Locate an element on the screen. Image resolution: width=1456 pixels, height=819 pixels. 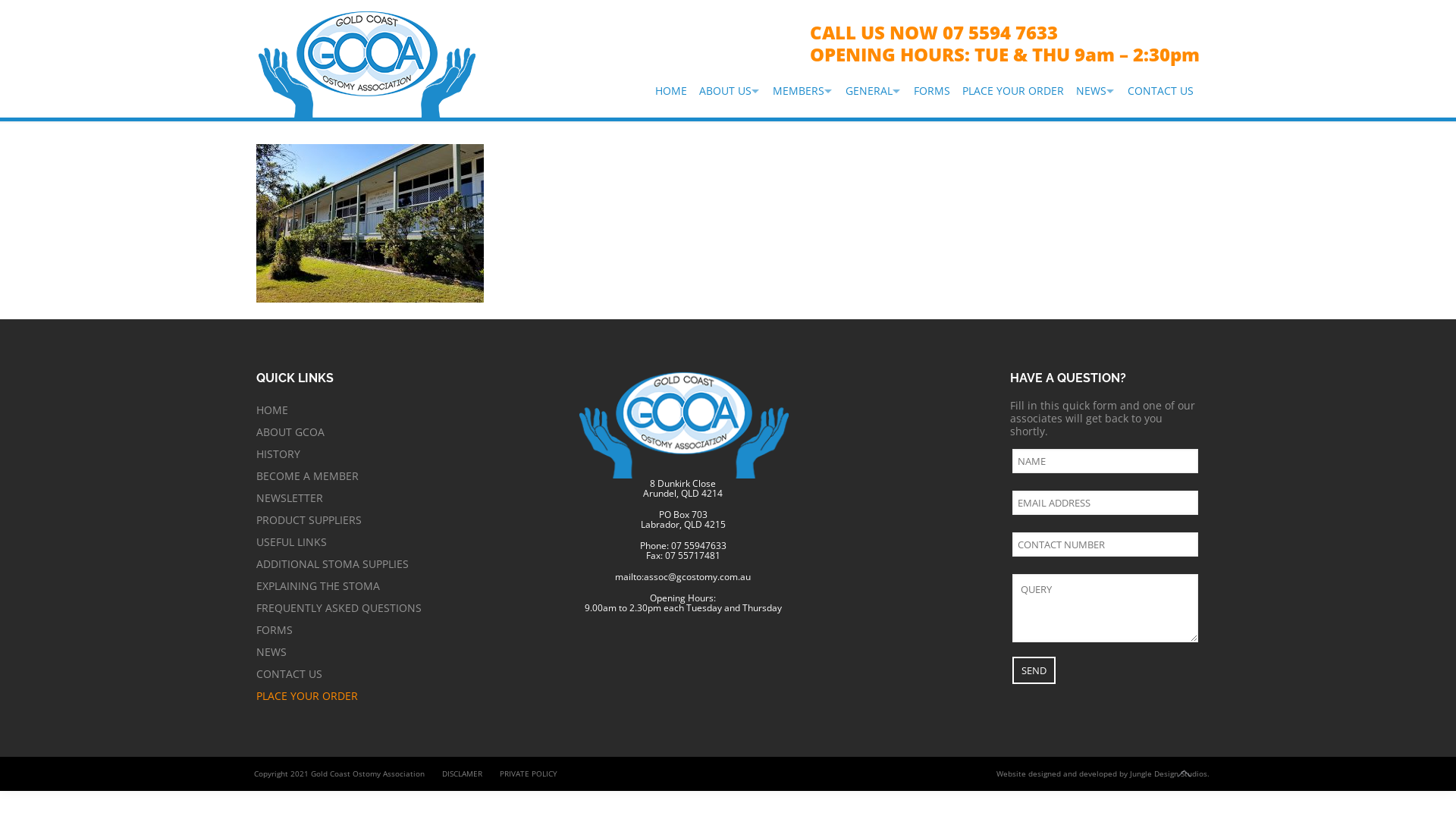
'USEFUL LINKS' is located at coordinates (256, 541).